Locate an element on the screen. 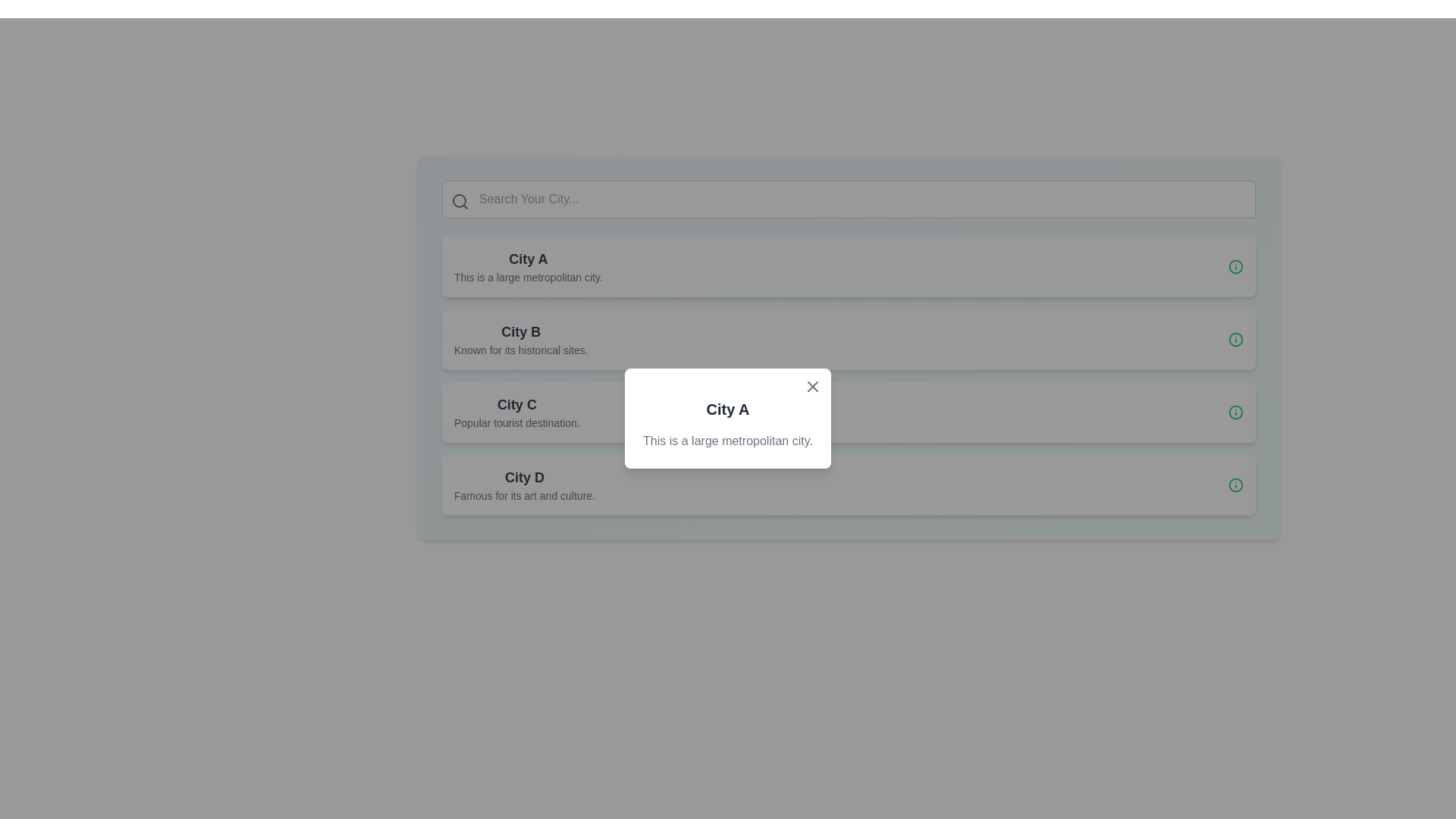  the title text of the second list item that identifies a city, positioned above the description 'Known for its historical sites.' is located at coordinates (521, 331).